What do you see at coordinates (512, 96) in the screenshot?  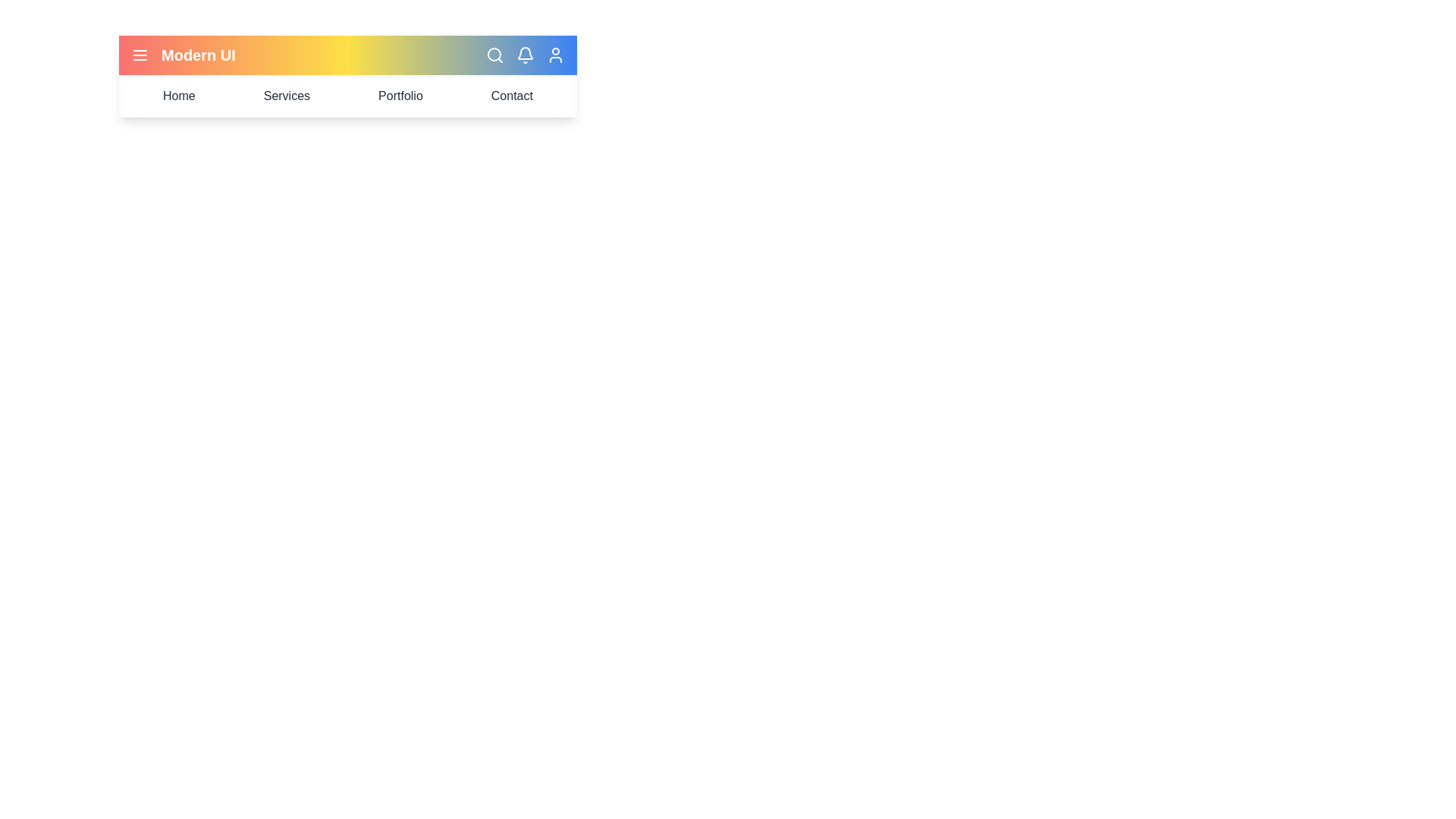 I see `the 'Contact' menu item` at bounding box center [512, 96].